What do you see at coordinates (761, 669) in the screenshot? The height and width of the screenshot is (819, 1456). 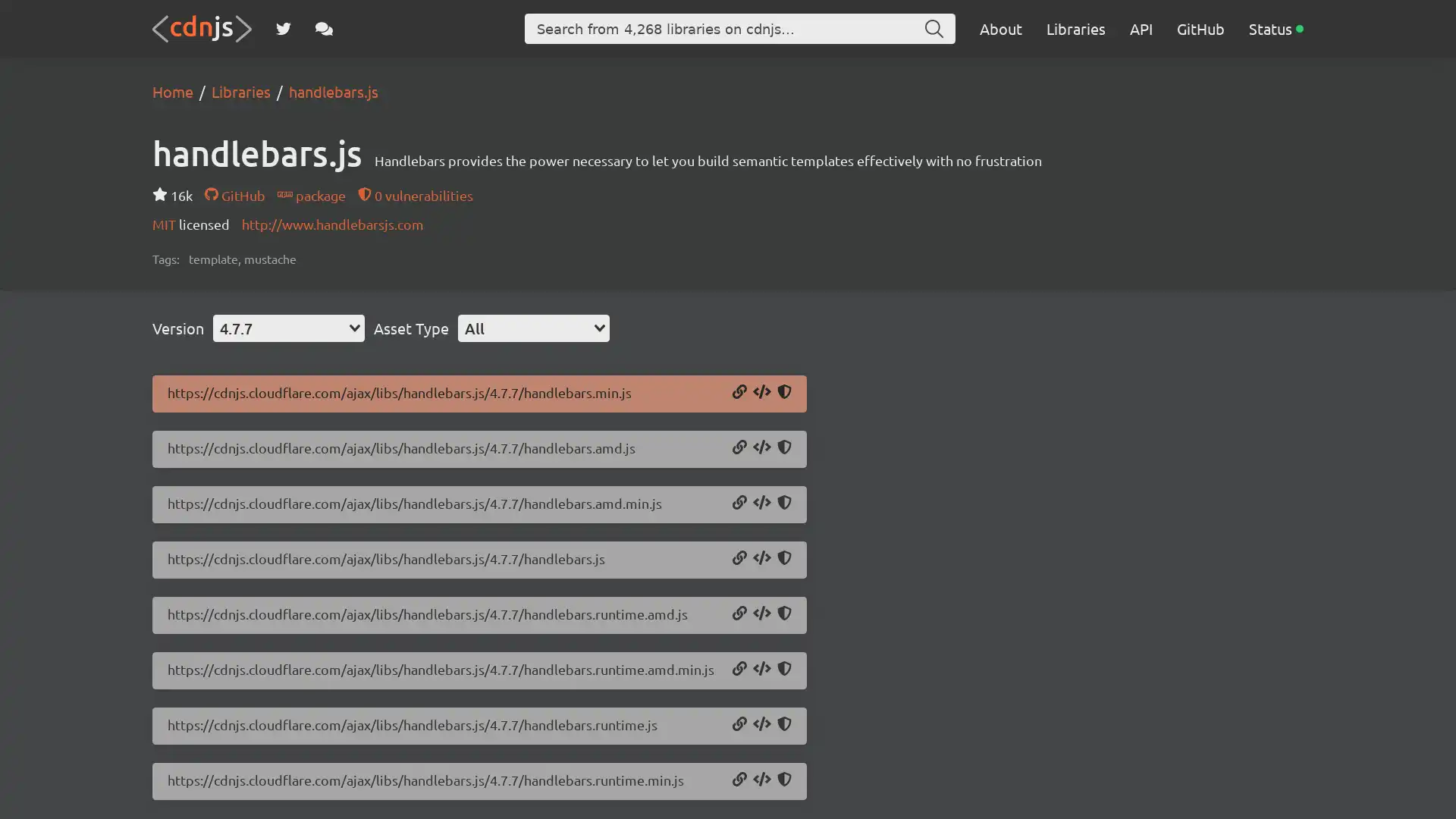 I see `Copy Script Tag` at bounding box center [761, 669].